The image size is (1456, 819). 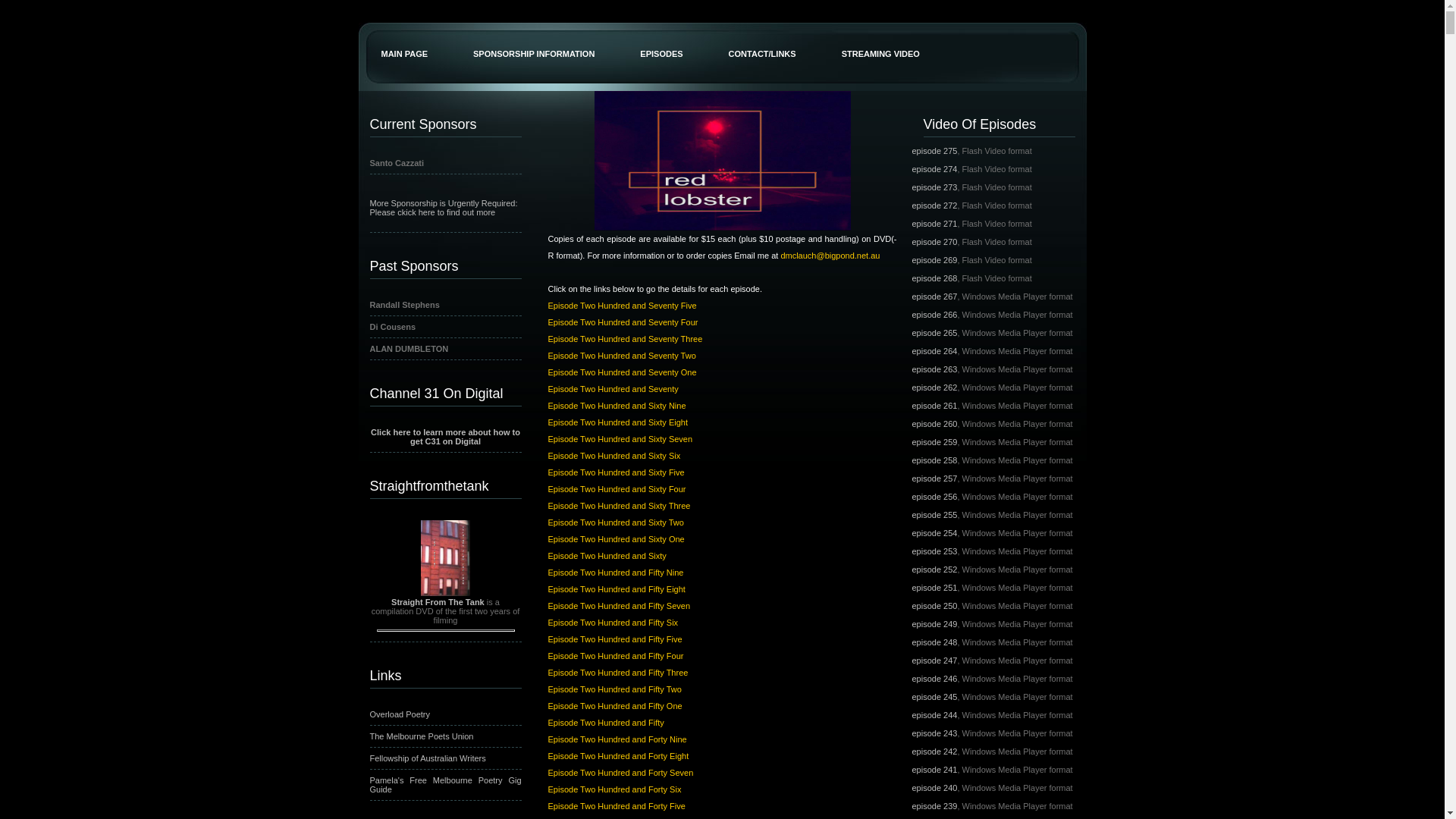 What do you see at coordinates (370, 784) in the screenshot?
I see `'Pamela's Free Melbourne Poetry Gig Guide'` at bounding box center [370, 784].